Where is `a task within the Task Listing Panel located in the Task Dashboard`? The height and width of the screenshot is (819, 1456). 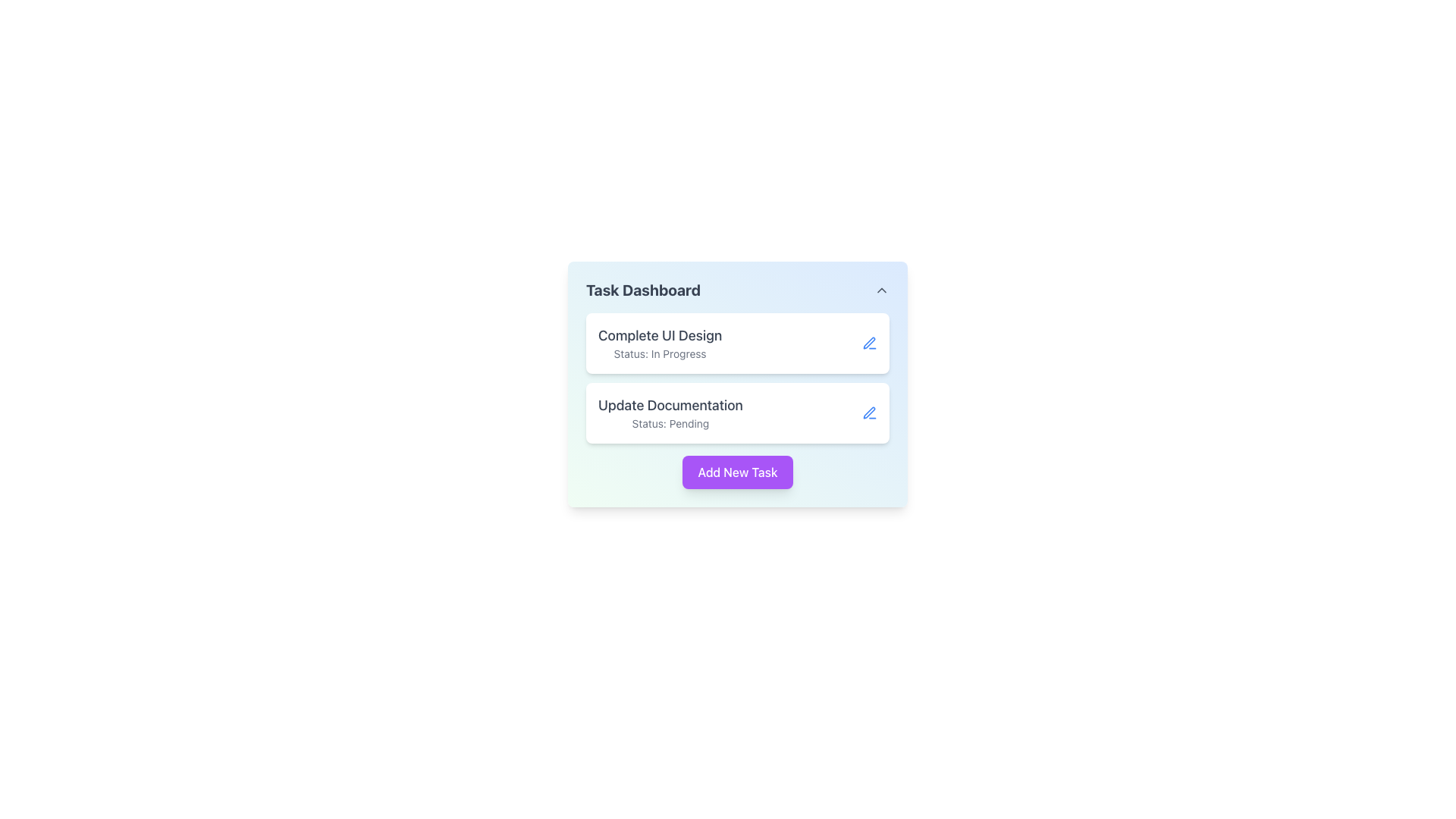 a task within the Task Listing Panel located in the Task Dashboard is located at coordinates (738, 400).